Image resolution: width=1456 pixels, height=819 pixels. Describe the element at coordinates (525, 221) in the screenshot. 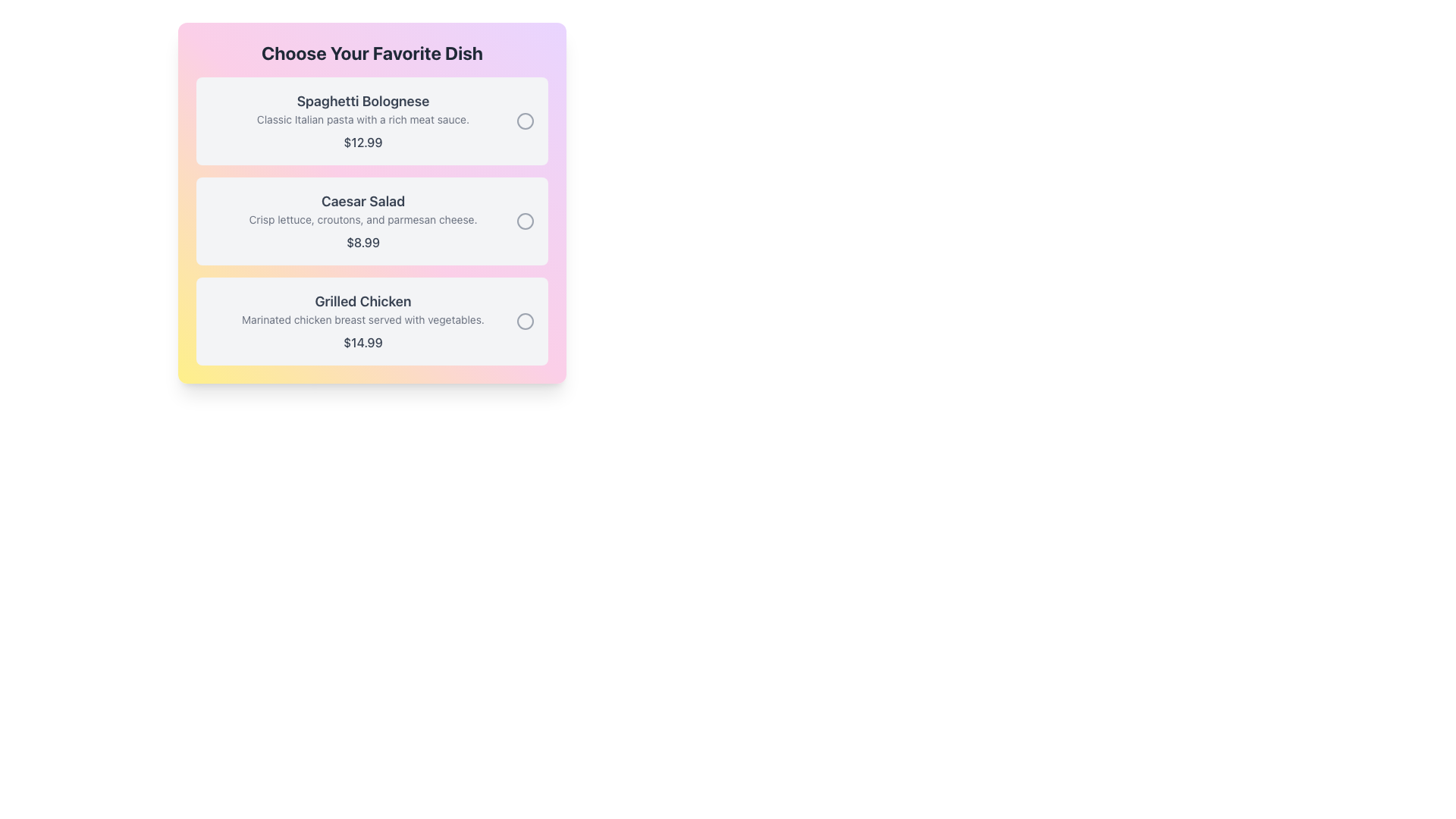

I see `the circular graphical element associated with the 'Caesar Salad' option` at that location.